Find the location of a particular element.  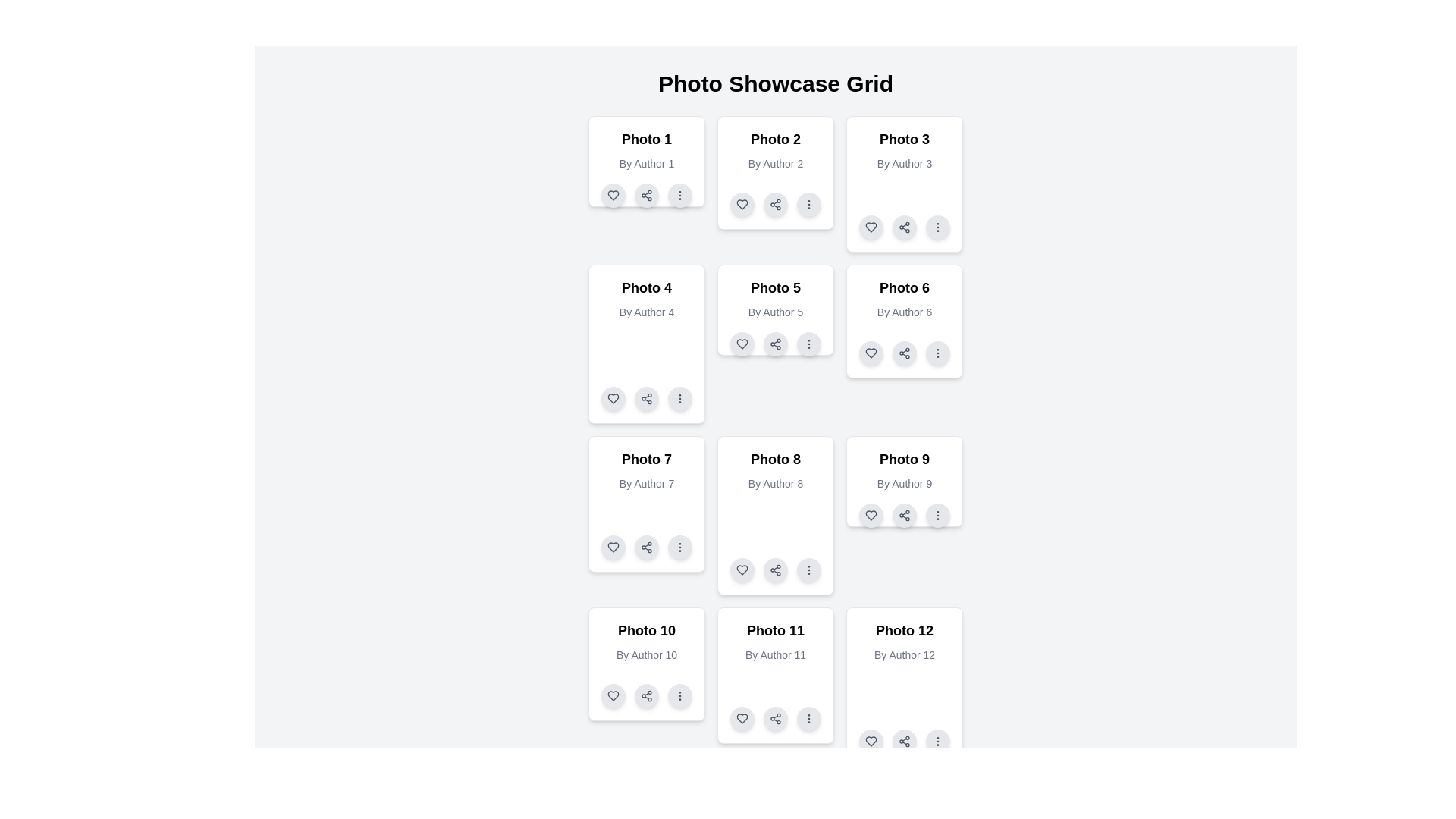

the heart button on the first card in the photo showcase grid is located at coordinates (613, 195).